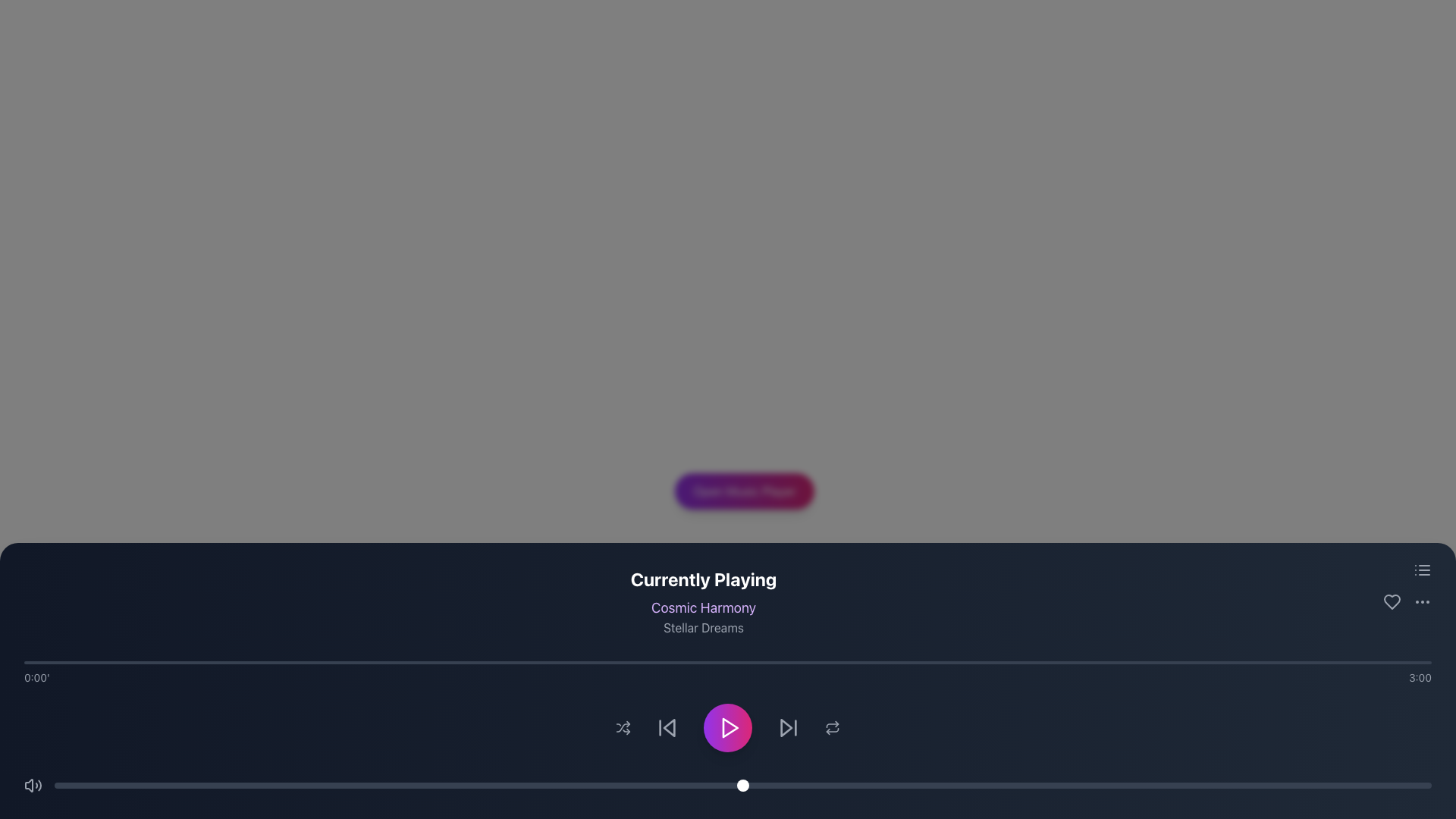 The height and width of the screenshot is (819, 1456). What do you see at coordinates (1419, 677) in the screenshot?
I see `the total playback time label located at the far-right end of the timeline section in the playback control area` at bounding box center [1419, 677].